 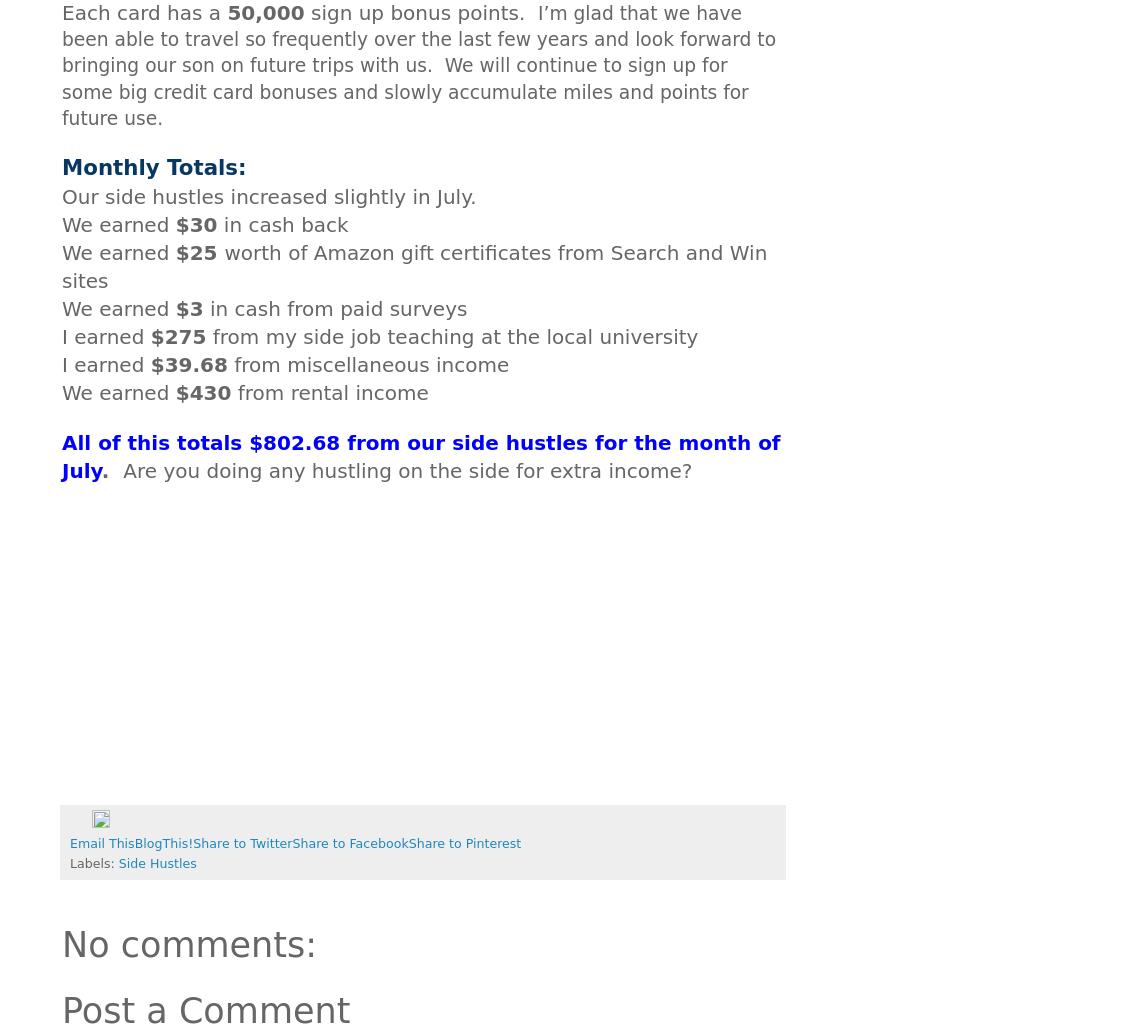 What do you see at coordinates (405, 91) in the screenshot?
I see `'We will continue to sign up for some big
credit card bonuses and slowly accumulate miles and points for future use.'` at bounding box center [405, 91].